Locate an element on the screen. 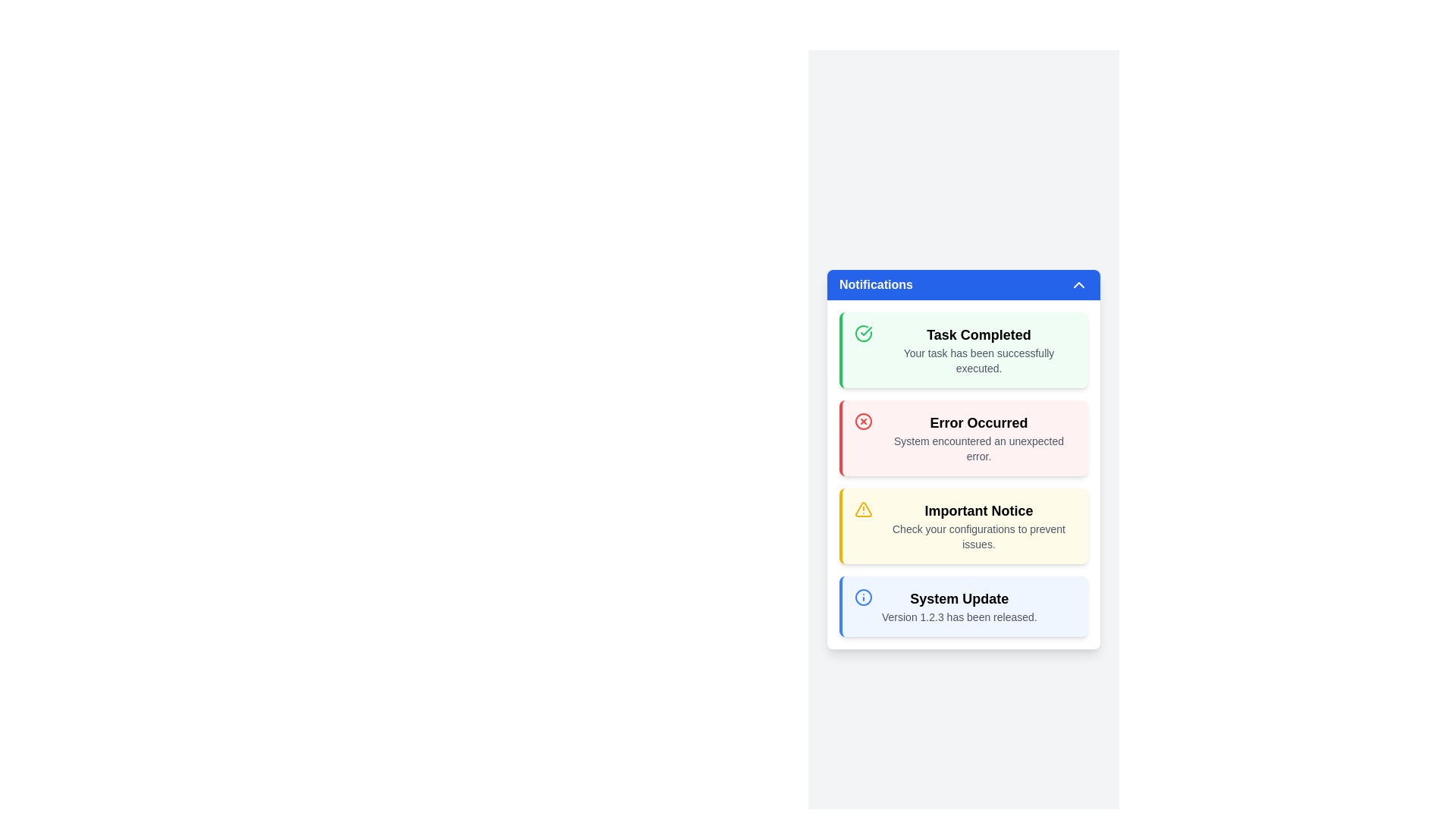 The height and width of the screenshot is (819, 1456). the chevron-up icon button located at the far right of the blue header bar labeled 'Notifications' is located at coordinates (1078, 284).